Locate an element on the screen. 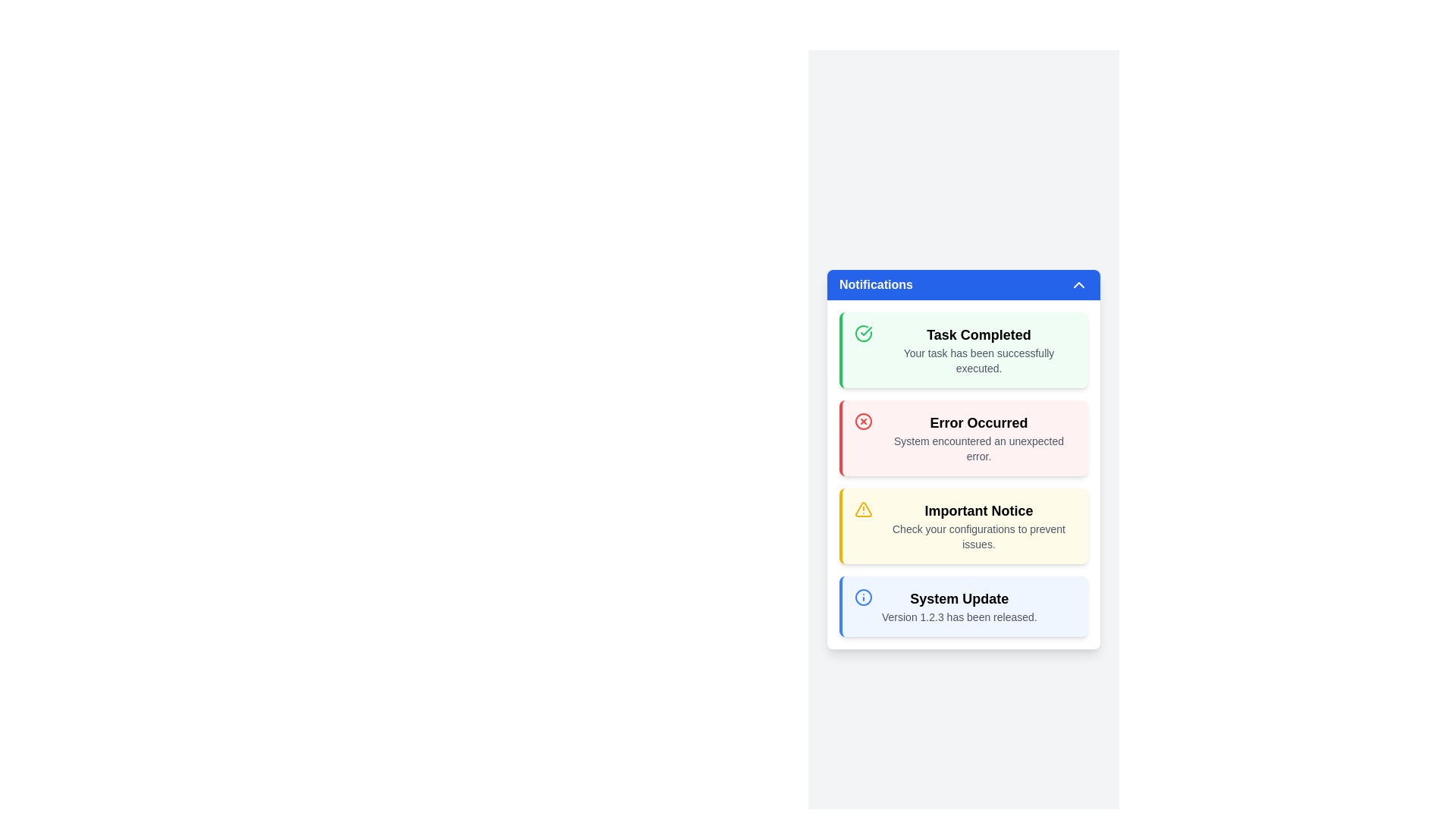 The height and width of the screenshot is (819, 1456). the chevron-up icon button located at the far right of the blue header bar labeled 'Notifications' is located at coordinates (1078, 284).